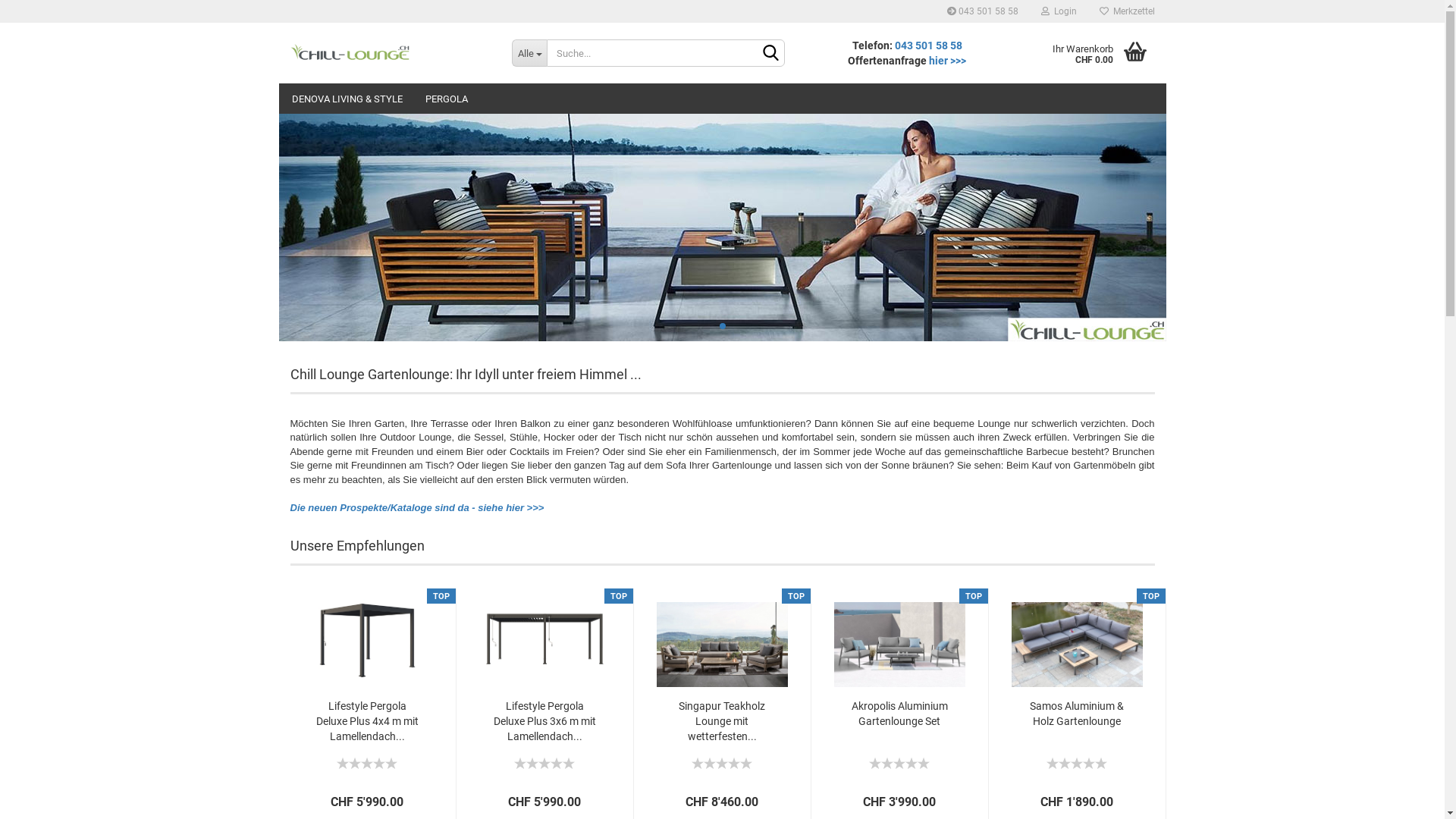  What do you see at coordinates (512, 52) in the screenshot?
I see `'Alle'` at bounding box center [512, 52].